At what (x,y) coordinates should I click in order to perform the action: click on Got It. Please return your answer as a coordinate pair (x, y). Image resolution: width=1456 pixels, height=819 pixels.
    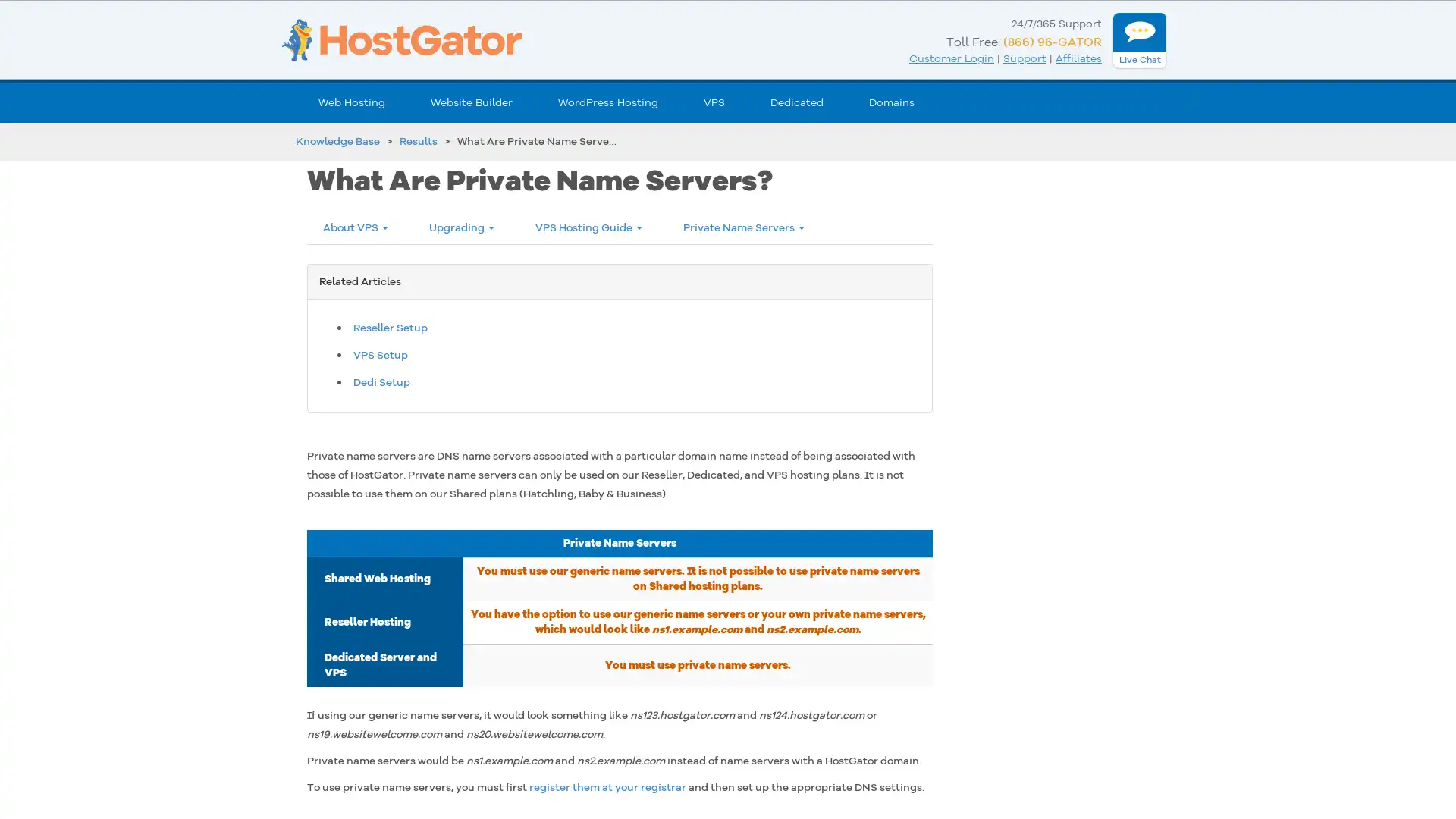
    Looking at the image, I should click on (154, 730).